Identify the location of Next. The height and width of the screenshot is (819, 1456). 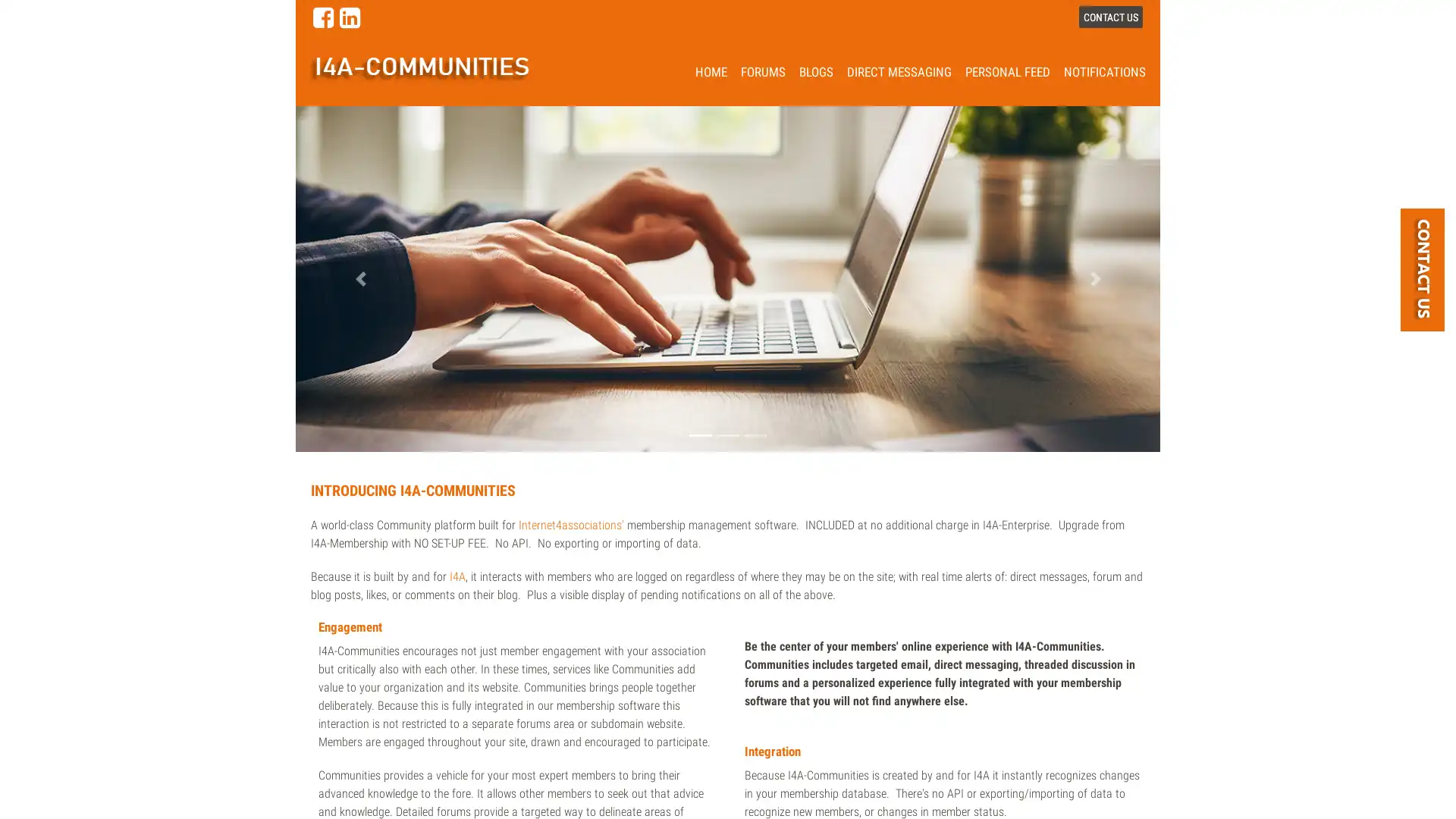
(1095, 278).